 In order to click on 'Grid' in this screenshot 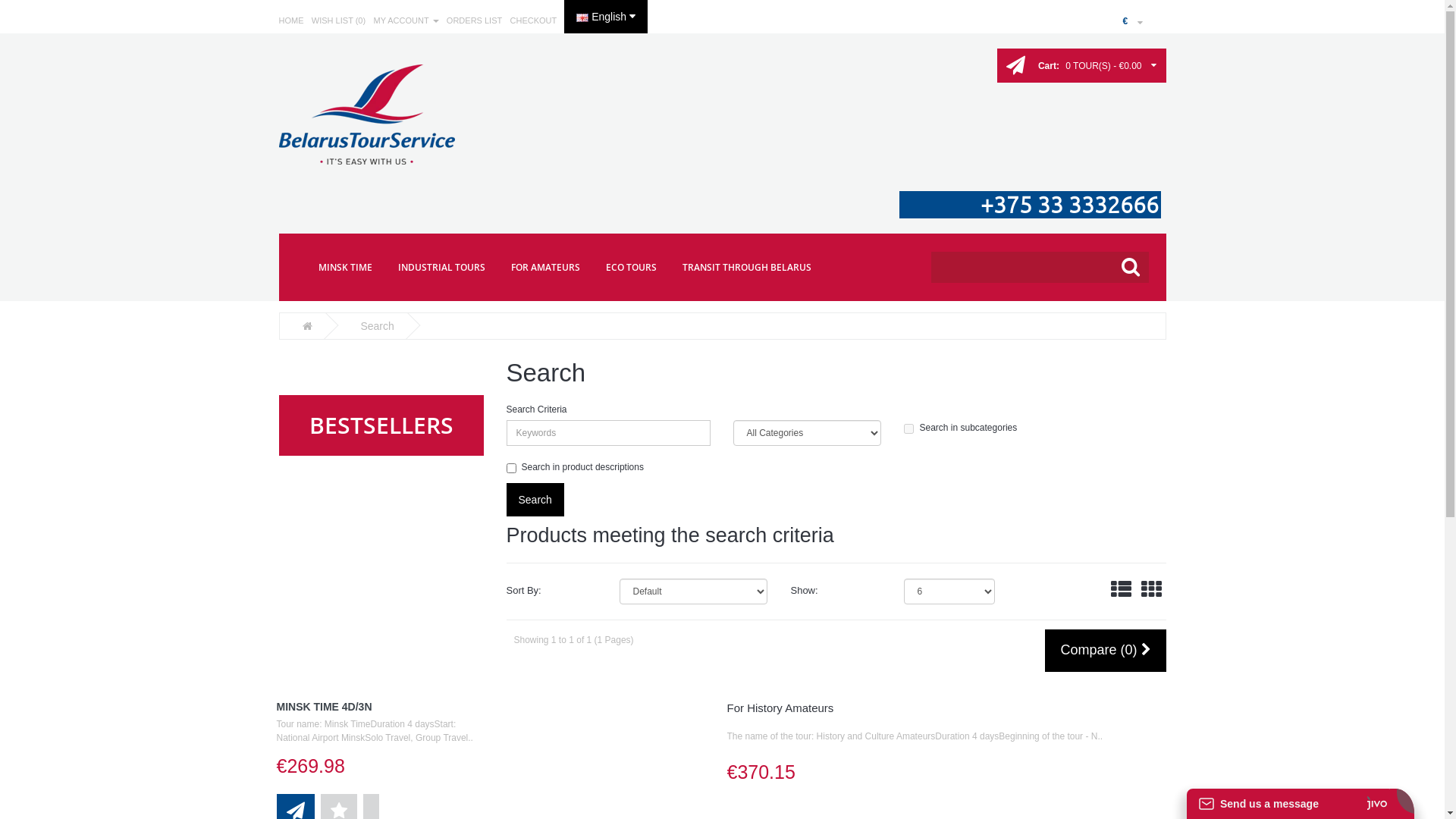, I will do `click(1151, 589)`.